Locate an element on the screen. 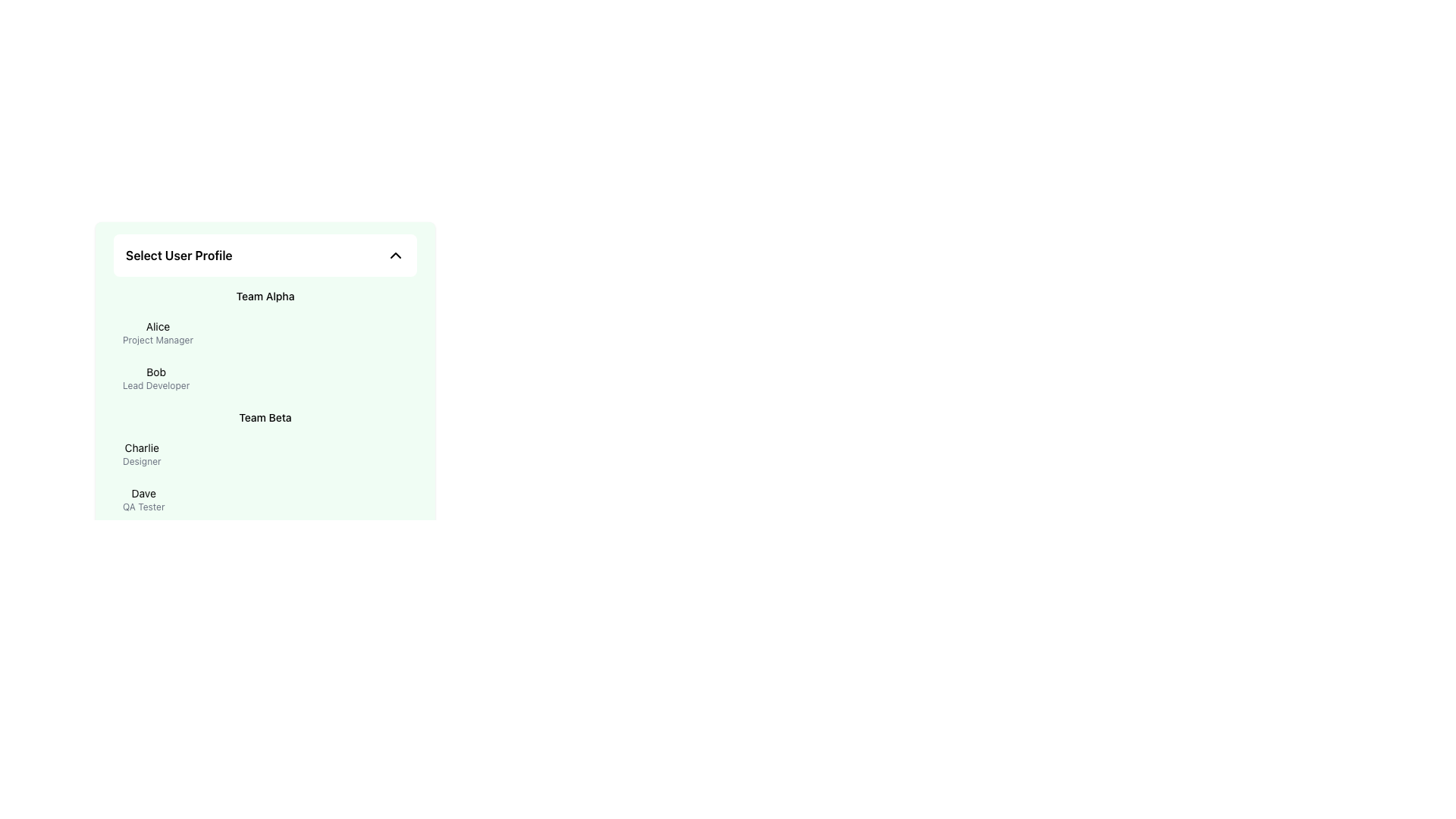 Image resolution: width=1456 pixels, height=819 pixels. the combined text label representing the user profile 'Charlie', who is a 'Designer', located in the 'Team Beta' section is located at coordinates (142, 453).